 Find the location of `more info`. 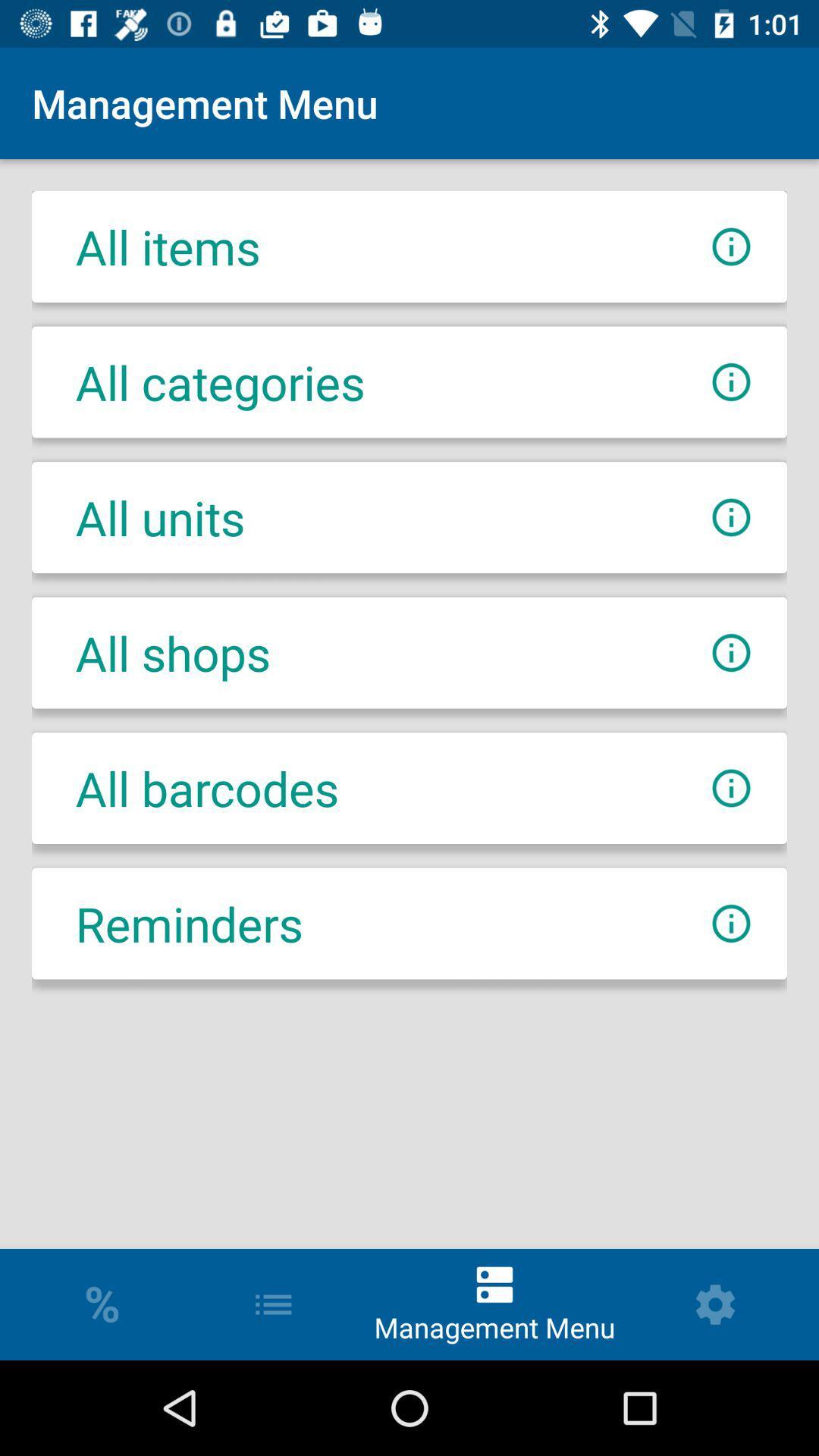

more info is located at coordinates (730, 517).